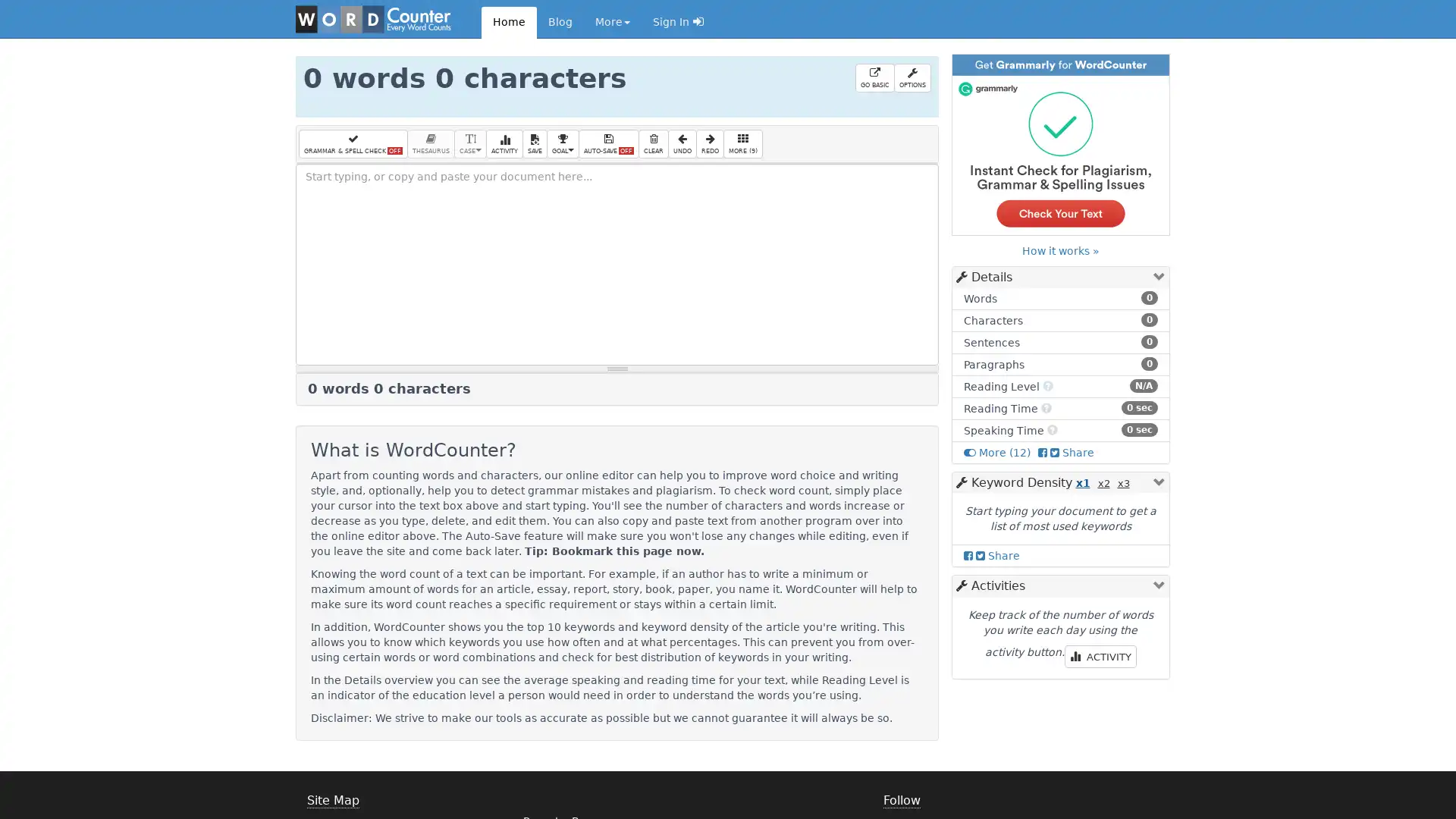 Image resolution: width=1456 pixels, height=819 pixels. I want to click on GRAMMAR & SPELL CHECKOFF, so click(352, 143).